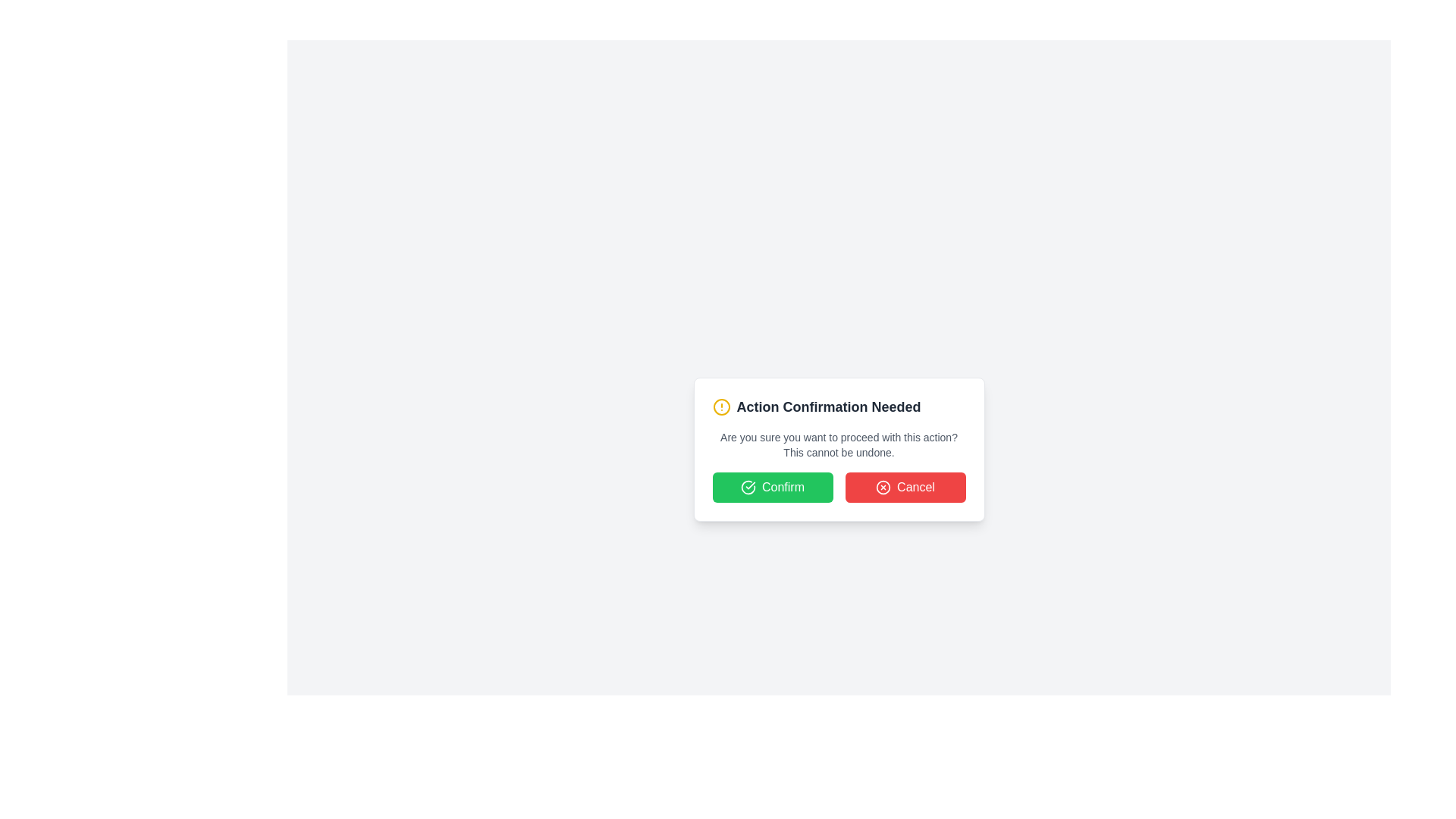 The height and width of the screenshot is (819, 1456). What do you see at coordinates (905, 488) in the screenshot?
I see `the cancel button located in the bottom-right portion of the modal dialog, which is the second button to the right of the green 'Confirm' button, to change its color` at bounding box center [905, 488].